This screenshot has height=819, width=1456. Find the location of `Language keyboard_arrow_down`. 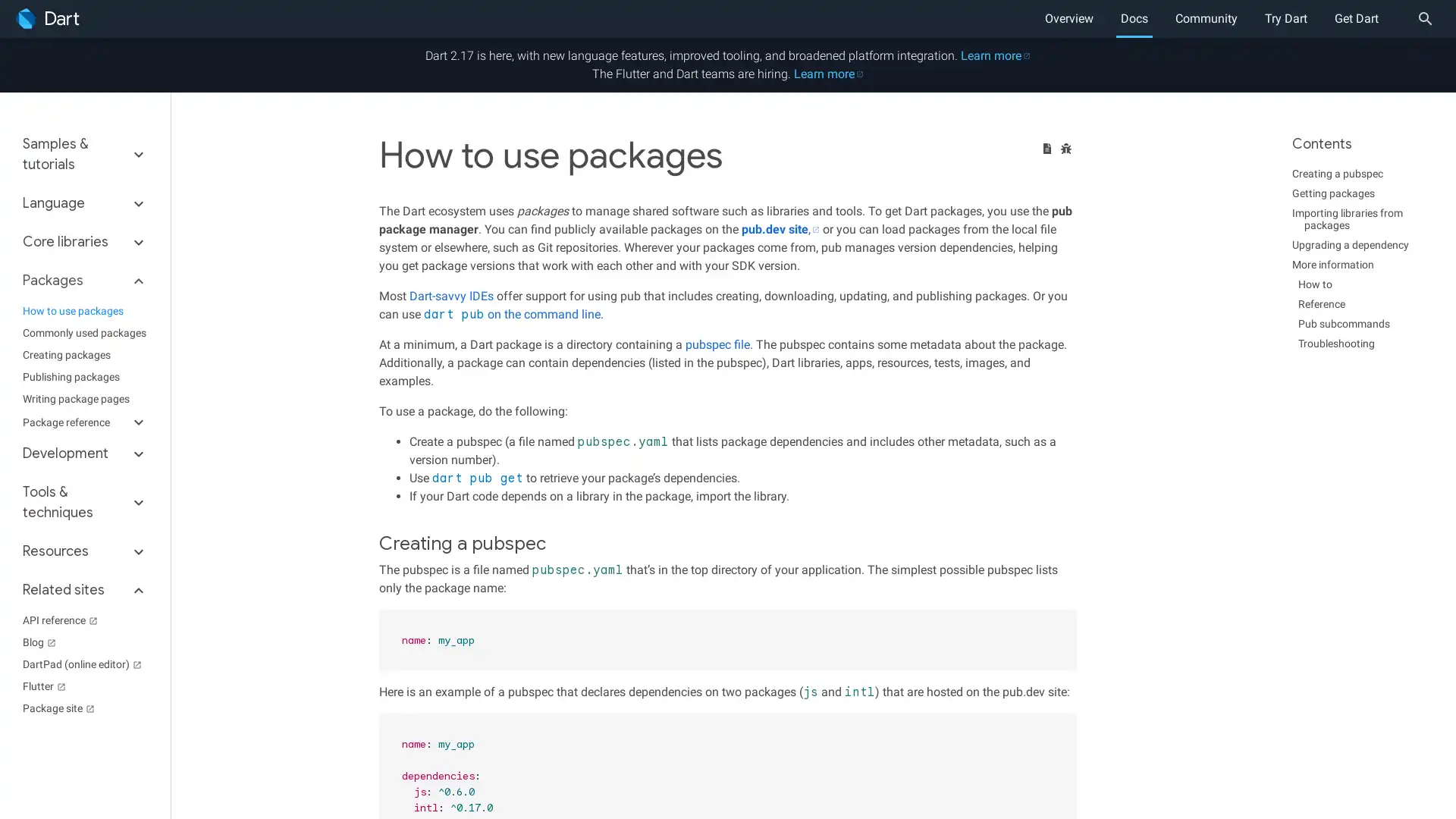

Language keyboard_arrow_down is located at coordinates (84, 202).